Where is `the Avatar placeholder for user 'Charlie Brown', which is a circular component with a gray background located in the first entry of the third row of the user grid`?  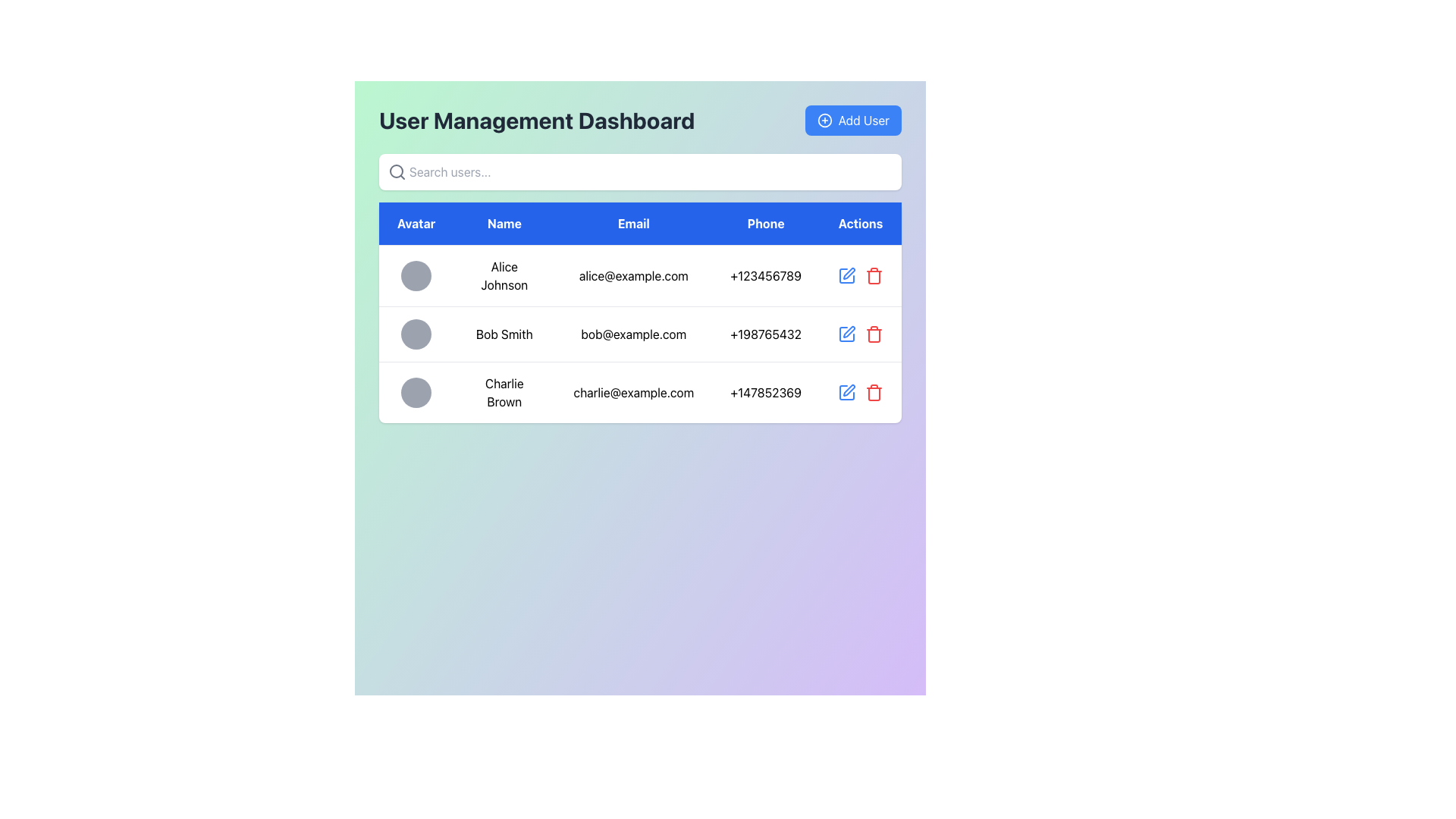 the Avatar placeholder for user 'Charlie Brown', which is a circular component with a gray background located in the first entry of the third row of the user grid is located at coordinates (416, 391).